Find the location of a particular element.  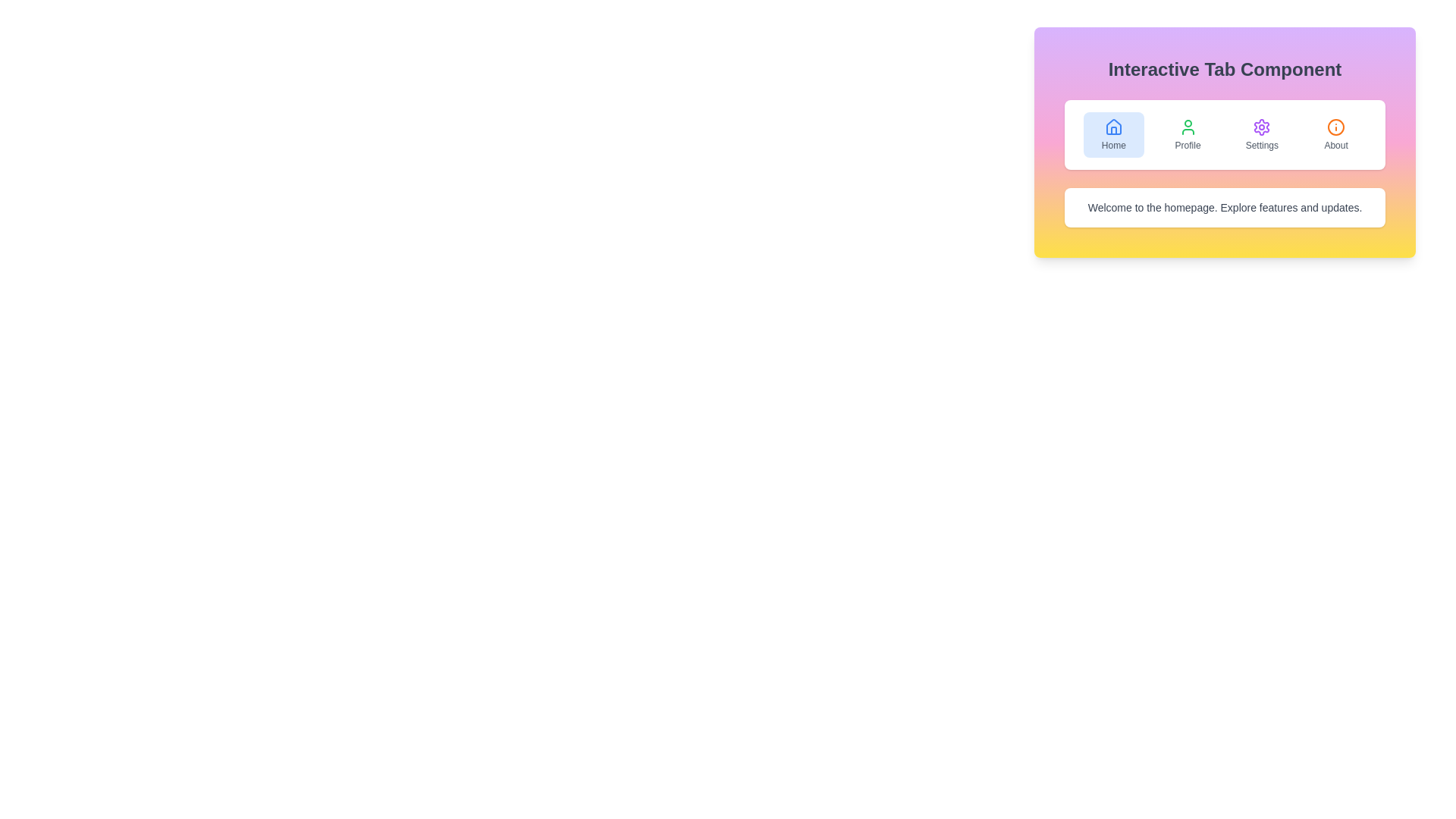

the About tab by clicking on its button is located at coordinates (1336, 133).